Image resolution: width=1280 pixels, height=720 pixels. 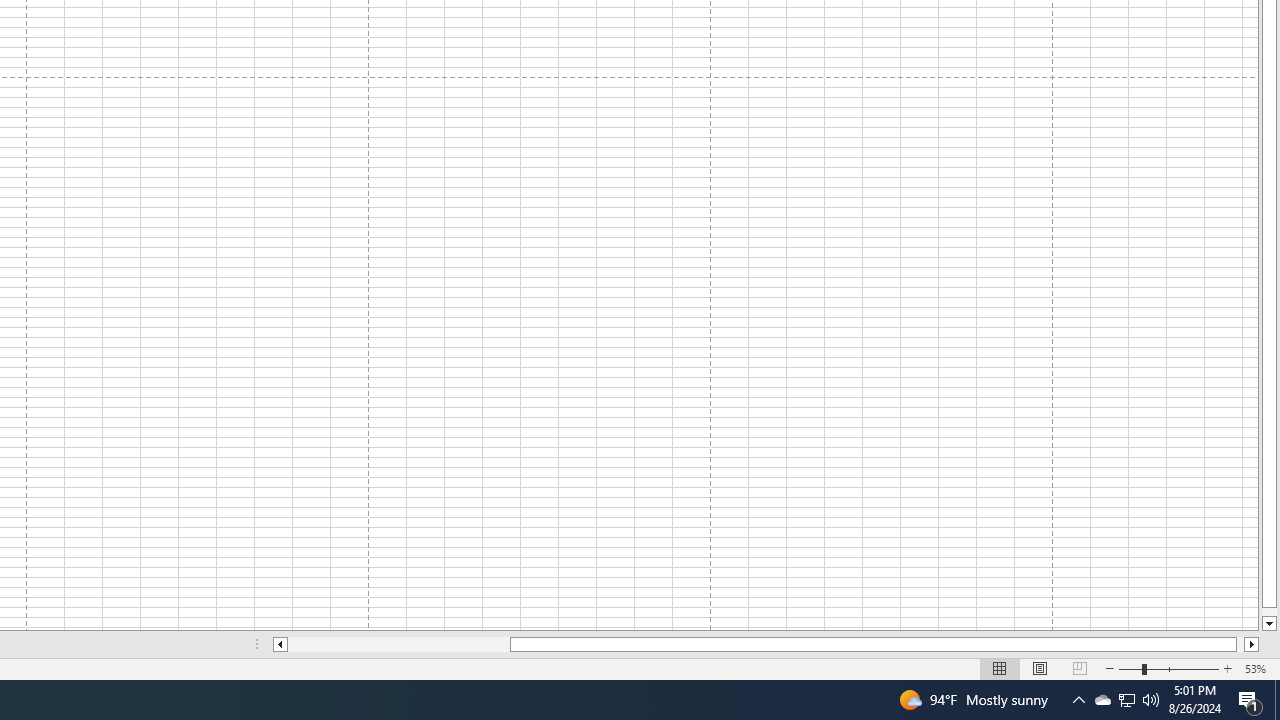 What do you see at coordinates (1078, 669) in the screenshot?
I see `'Page Break Preview'` at bounding box center [1078, 669].